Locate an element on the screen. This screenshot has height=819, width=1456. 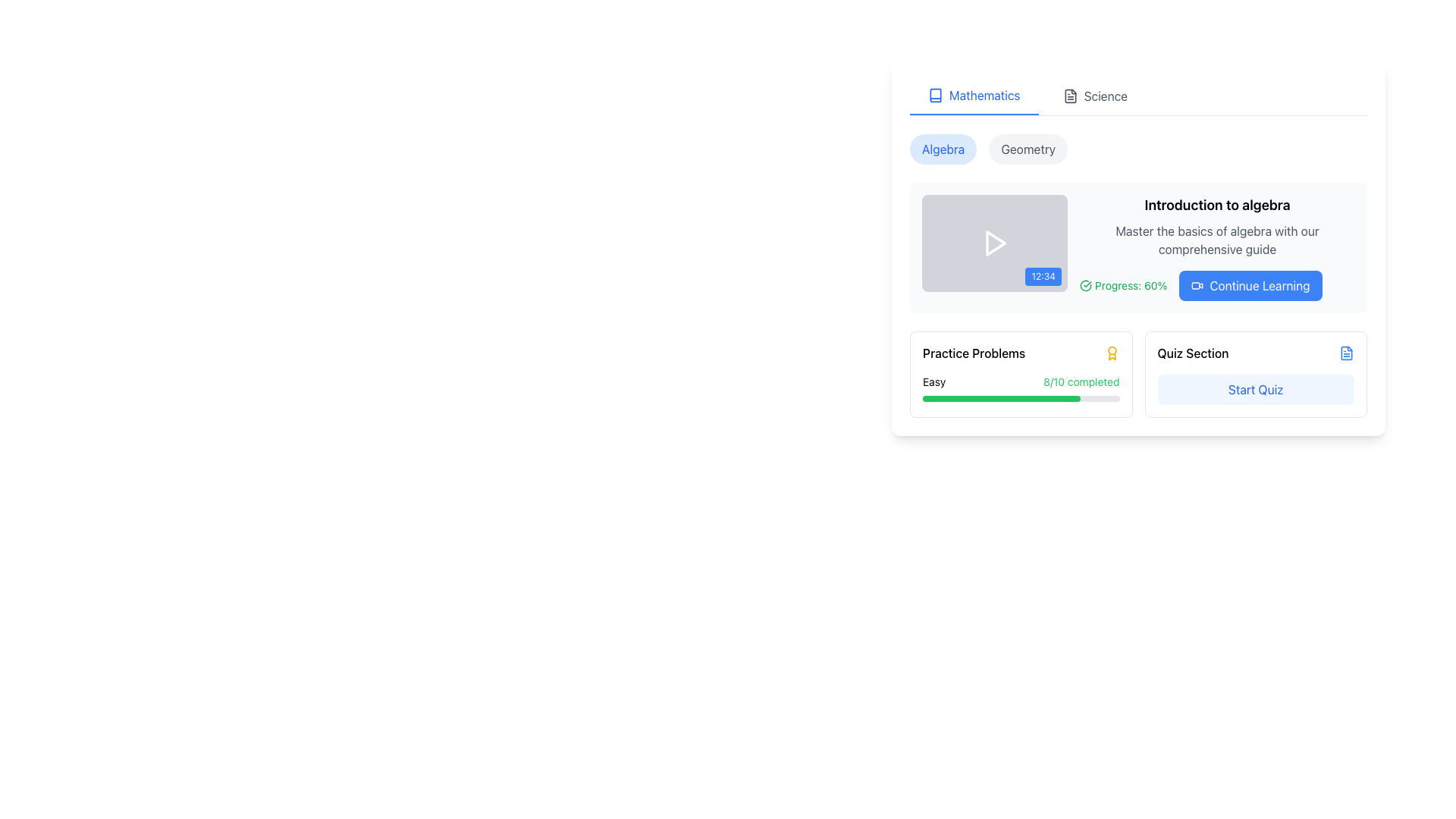
the 'Mathematics' text label in the top navigation bar is located at coordinates (984, 96).